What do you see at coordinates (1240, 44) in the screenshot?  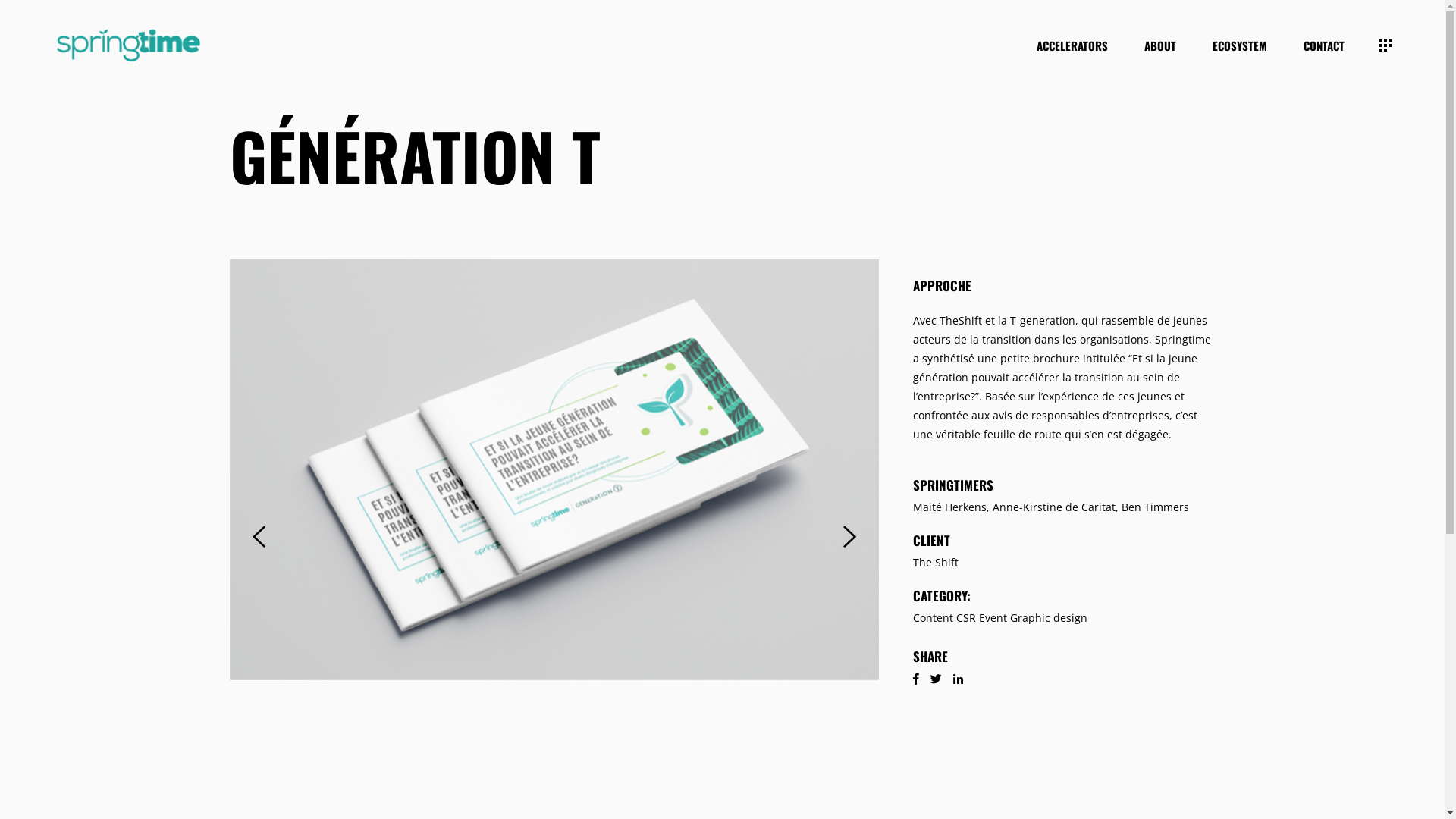 I see `'ECOSYSTEM'` at bounding box center [1240, 44].